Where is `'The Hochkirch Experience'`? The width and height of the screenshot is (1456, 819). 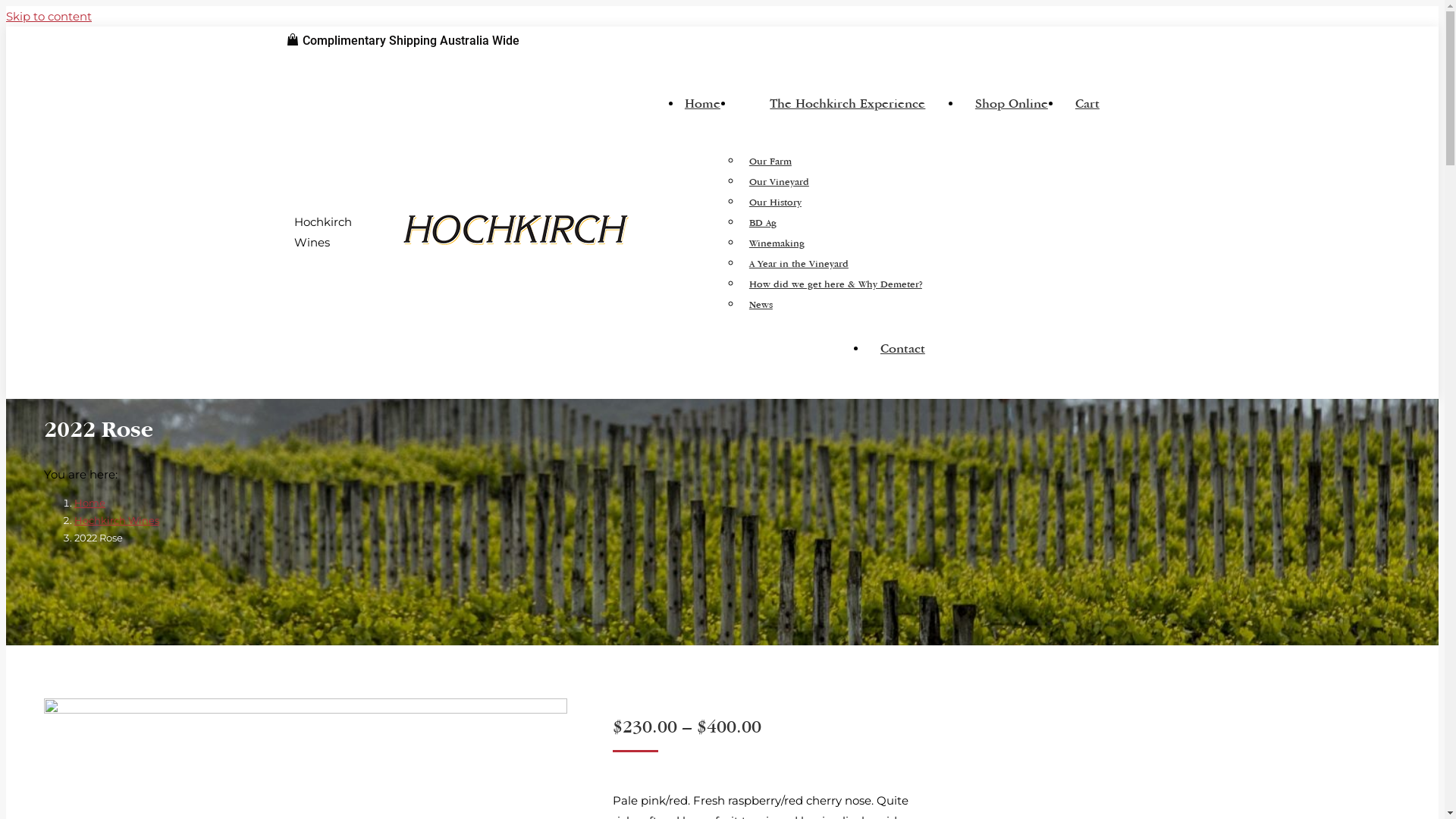 'The Hochkirch Experience' is located at coordinates (847, 108).